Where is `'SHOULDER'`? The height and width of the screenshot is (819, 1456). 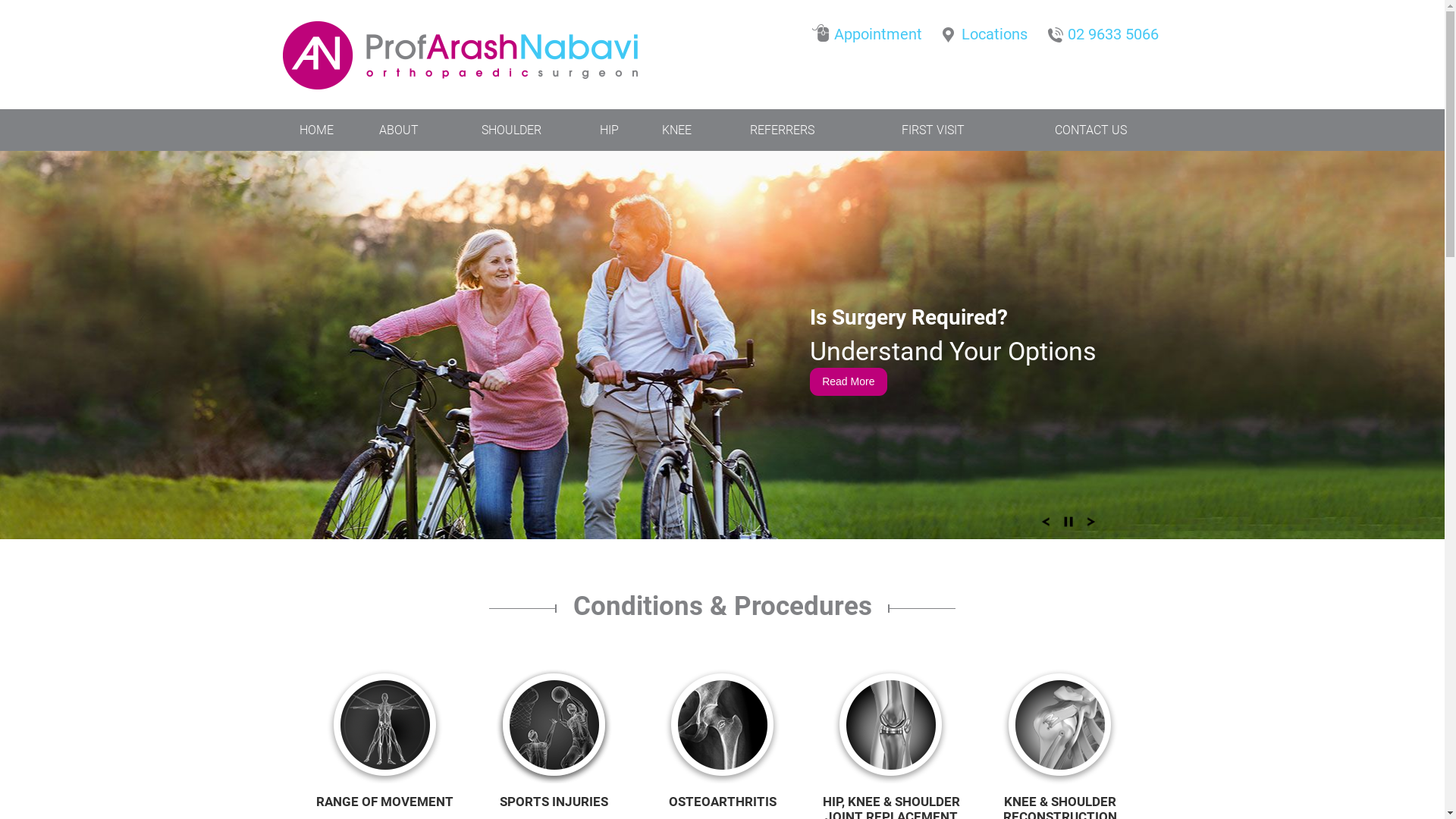
'SHOULDER' is located at coordinates (443, 129).